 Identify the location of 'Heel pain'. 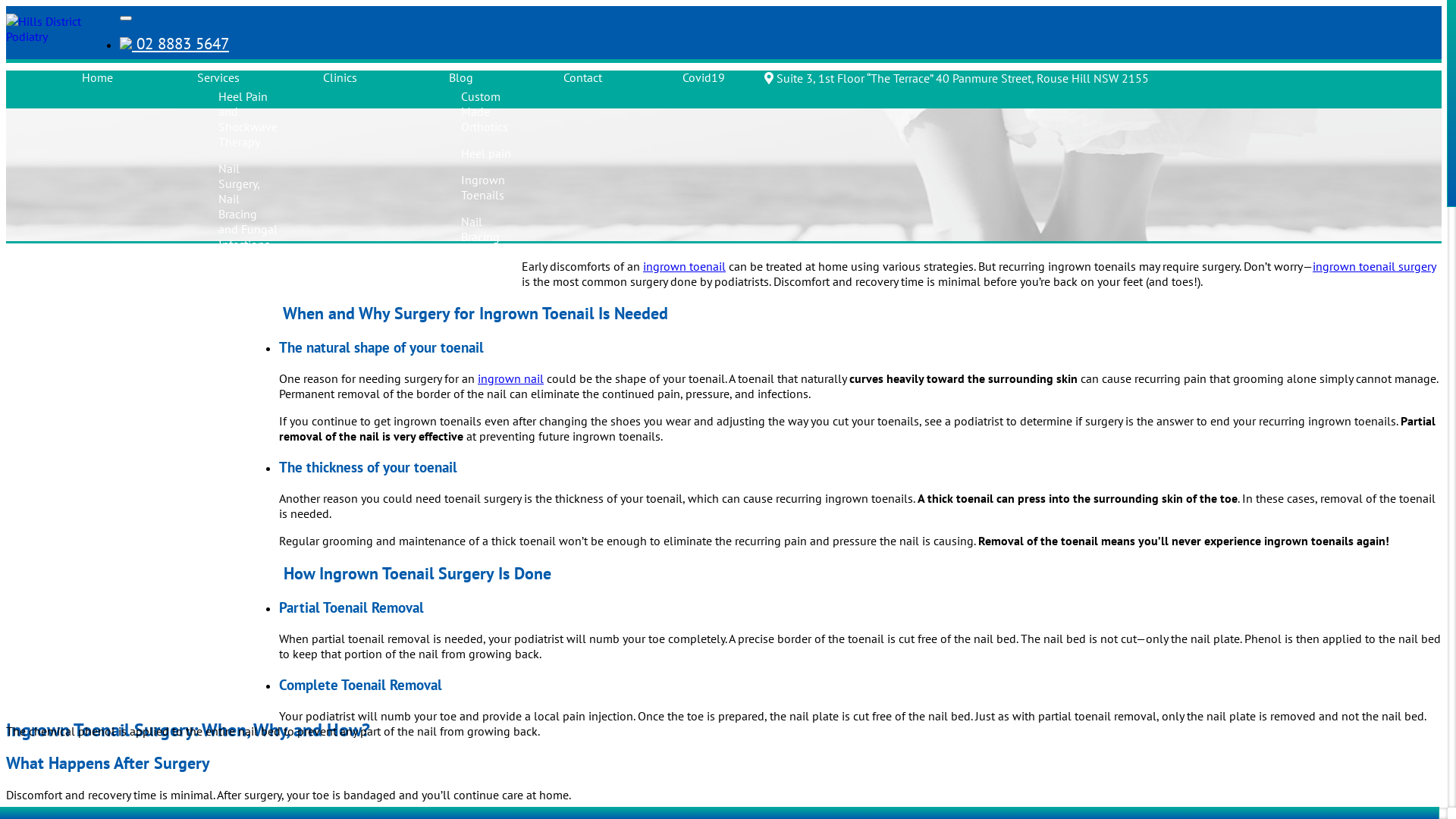
(486, 152).